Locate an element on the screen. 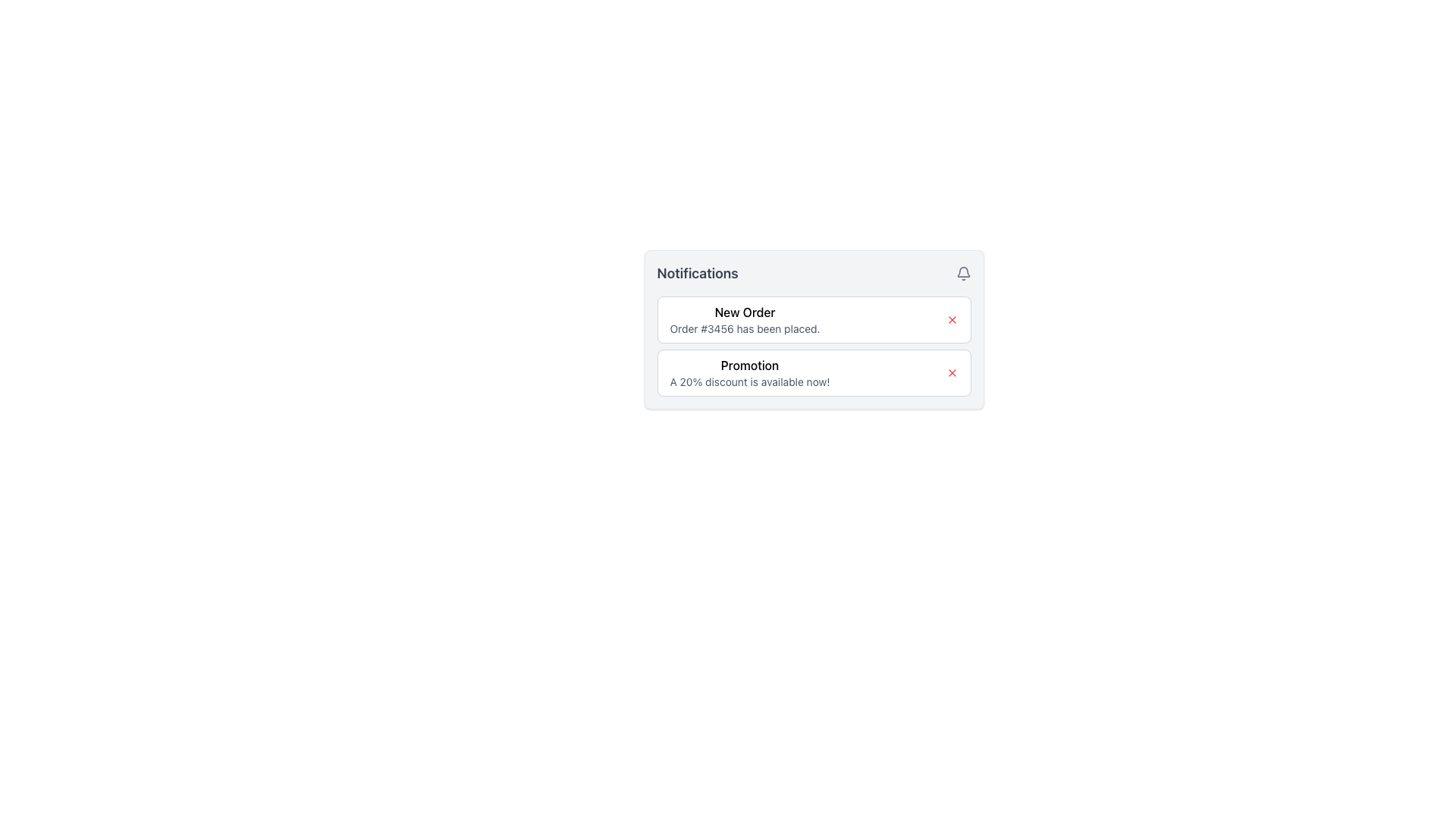 The height and width of the screenshot is (819, 1456). the text display element that shows additional information about the completed order under the 'New Order' notification is located at coordinates (745, 328).